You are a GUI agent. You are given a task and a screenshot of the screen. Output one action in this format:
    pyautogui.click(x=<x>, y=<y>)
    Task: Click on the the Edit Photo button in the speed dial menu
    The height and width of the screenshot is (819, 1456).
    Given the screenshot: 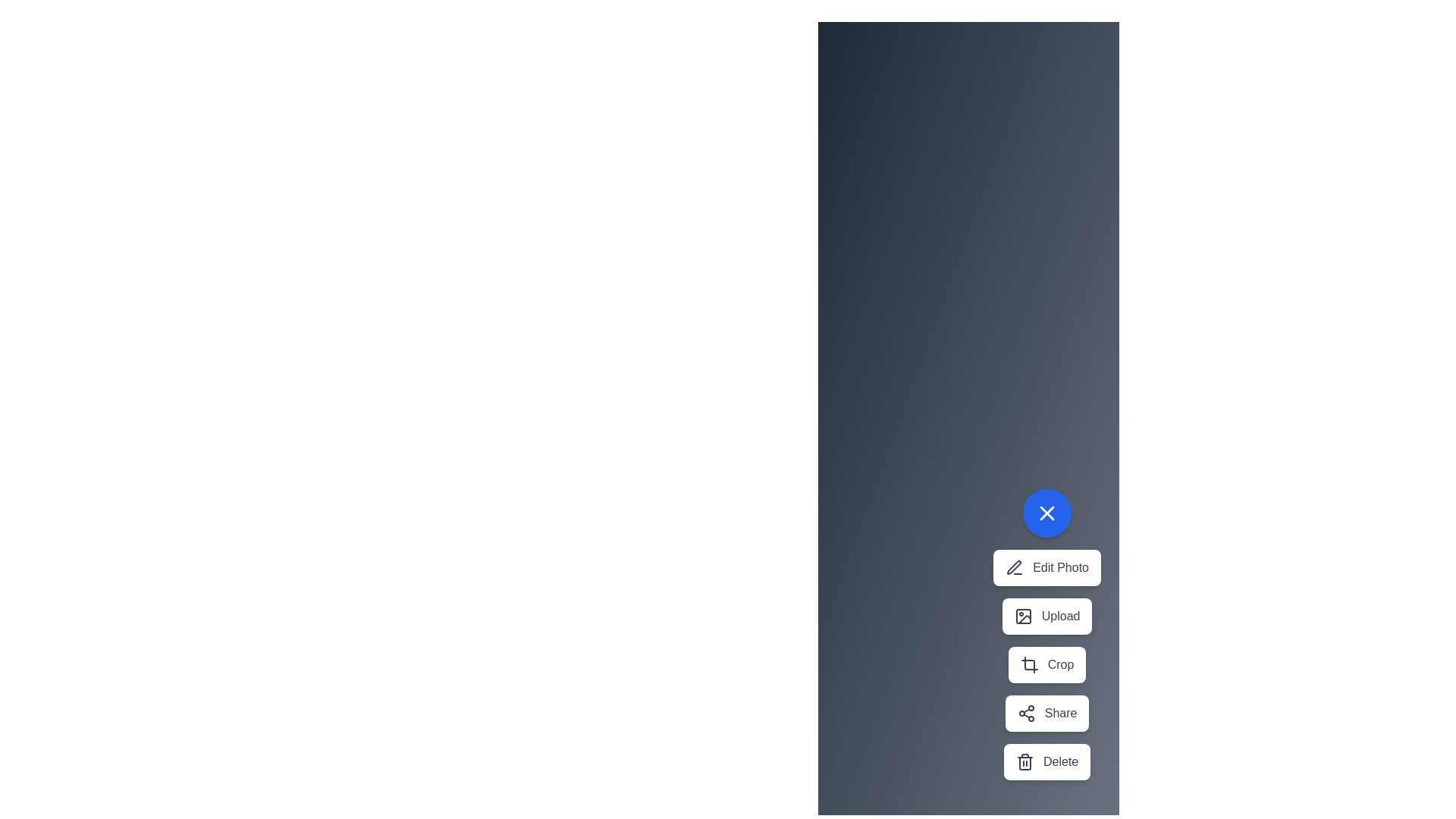 What is the action you would take?
    pyautogui.click(x=1046, y=567)
    